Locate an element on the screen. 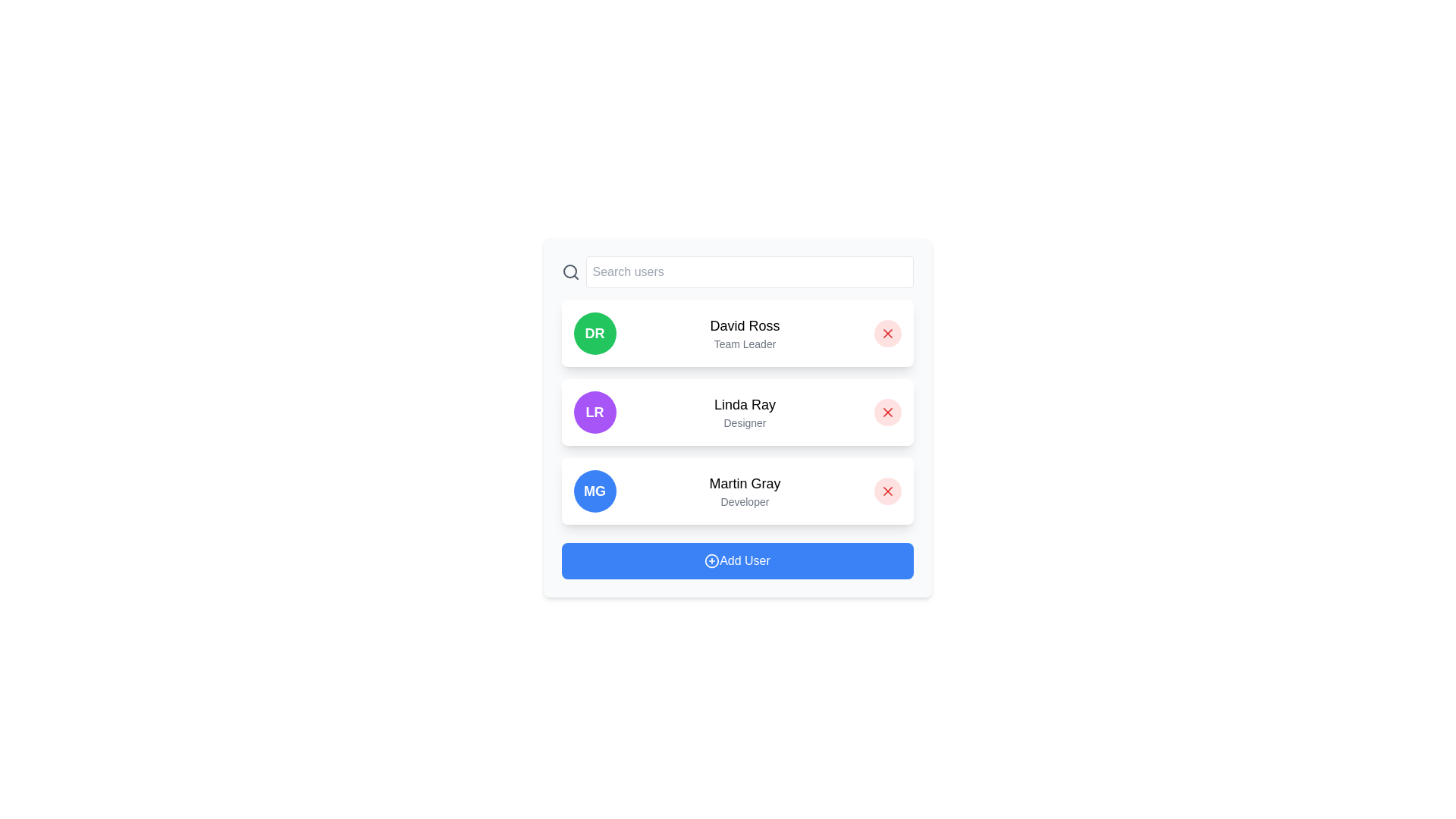 Image resolution: width=1456 pixels, height=819 pixels. the delete icon associated with user 'Linda Ray' in the list is located at coordinates (887, 412).